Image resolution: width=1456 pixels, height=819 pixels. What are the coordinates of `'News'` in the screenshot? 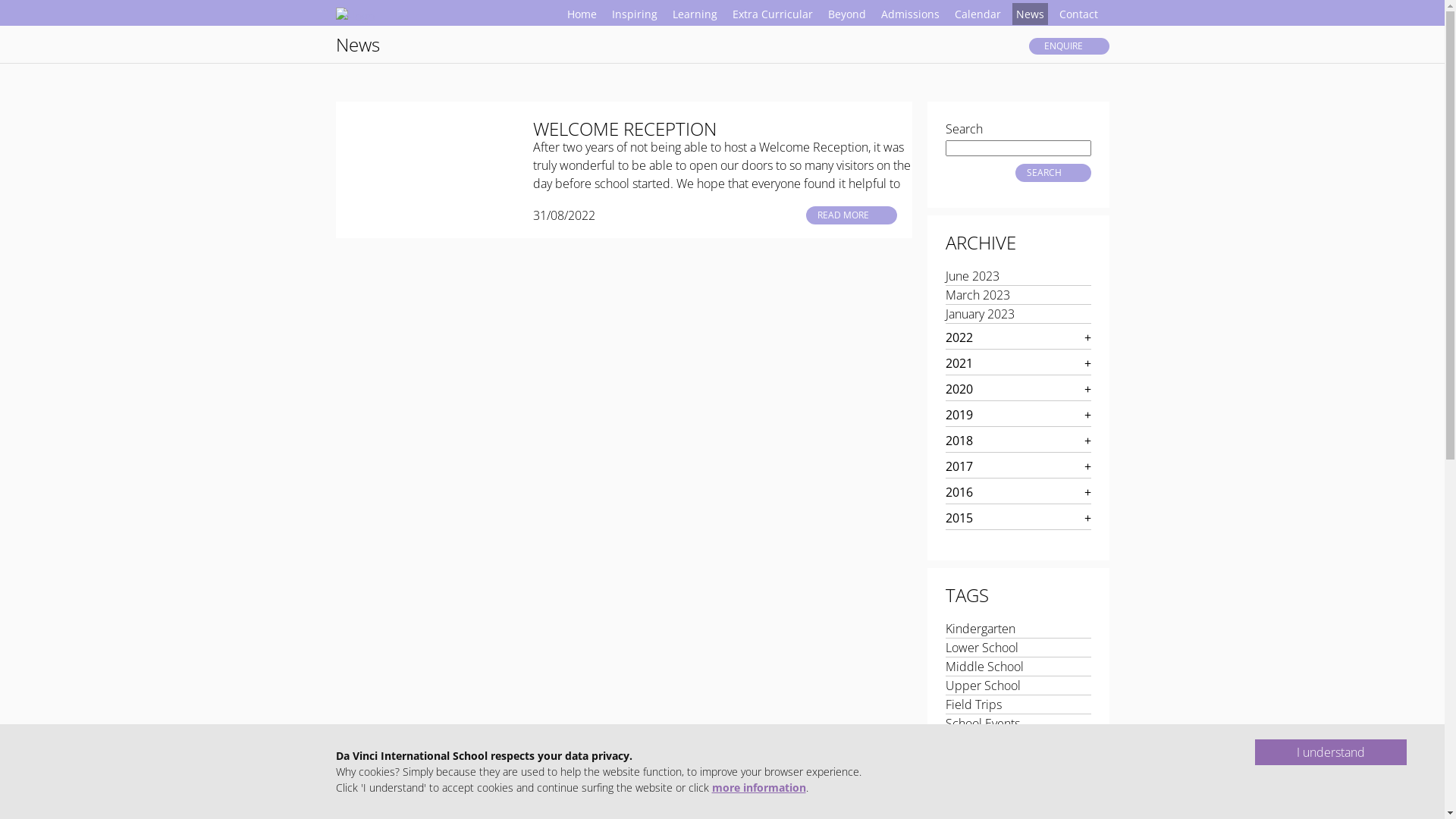 It's located at (334, 43).